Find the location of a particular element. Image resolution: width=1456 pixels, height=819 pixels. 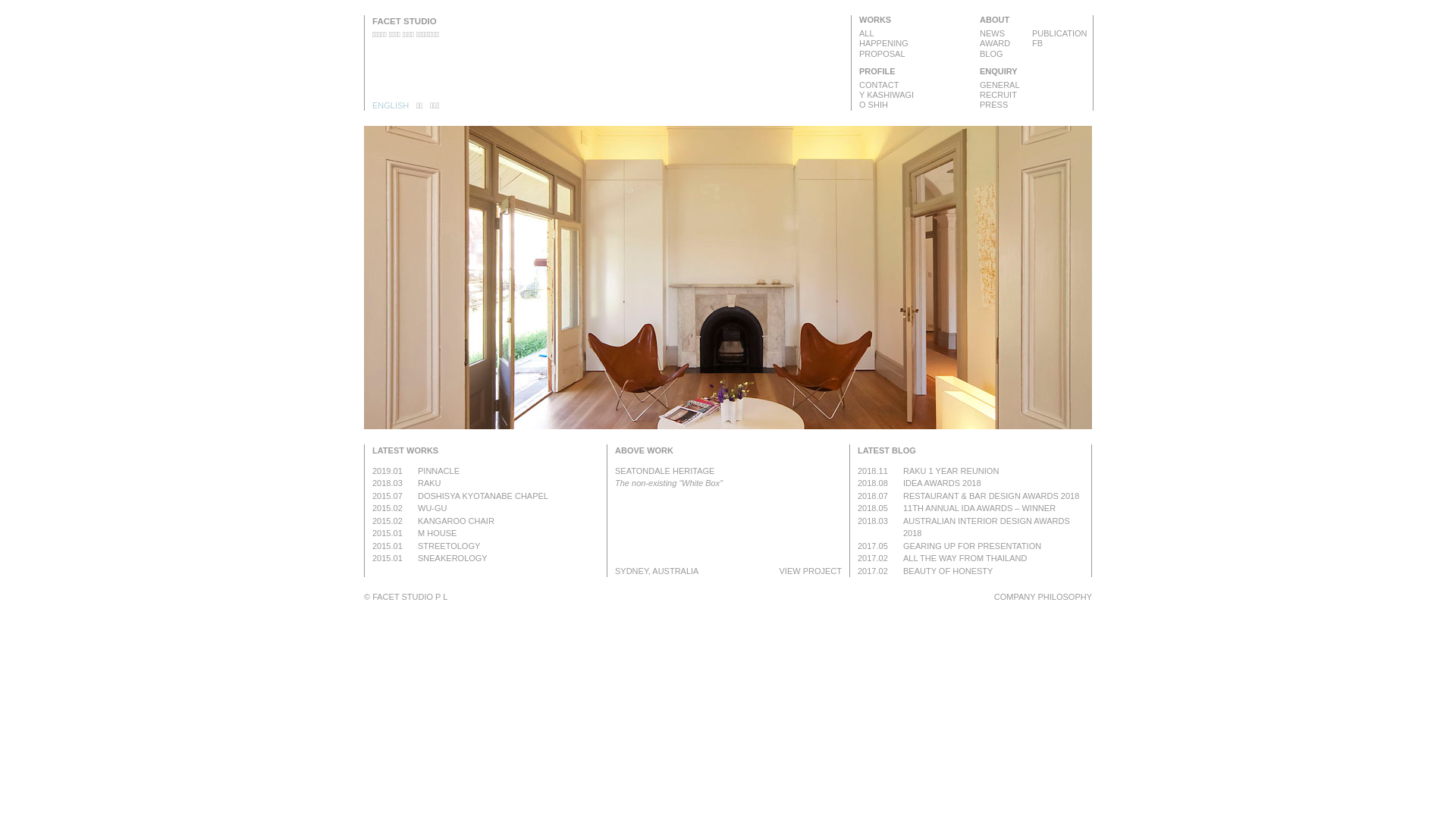

'RAKU 1 YEAR REUNION' is located at coordinates (902, 469).